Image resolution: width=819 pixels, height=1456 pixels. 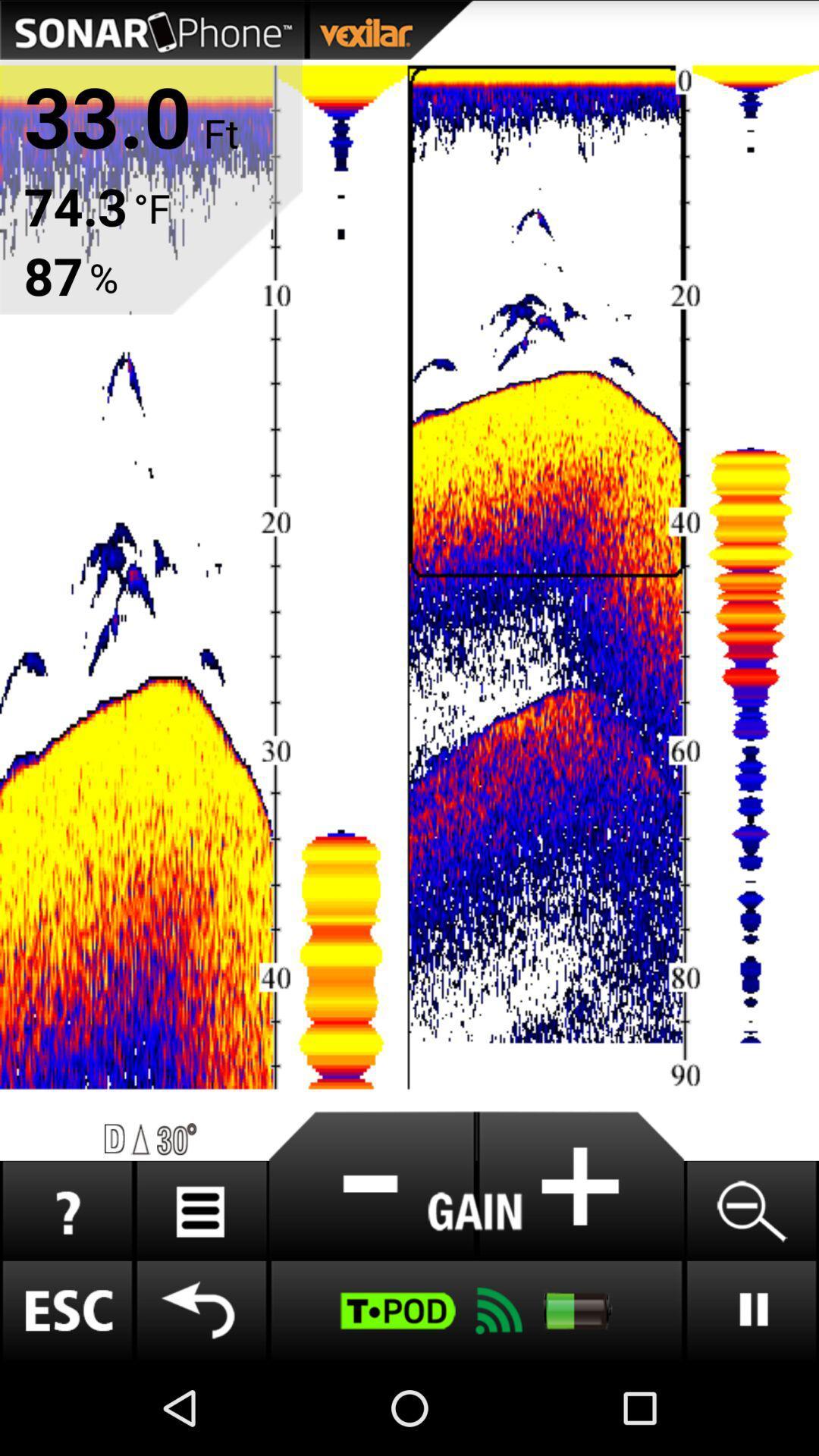 I want to click on the help icon, so click(x=66, y=1295).